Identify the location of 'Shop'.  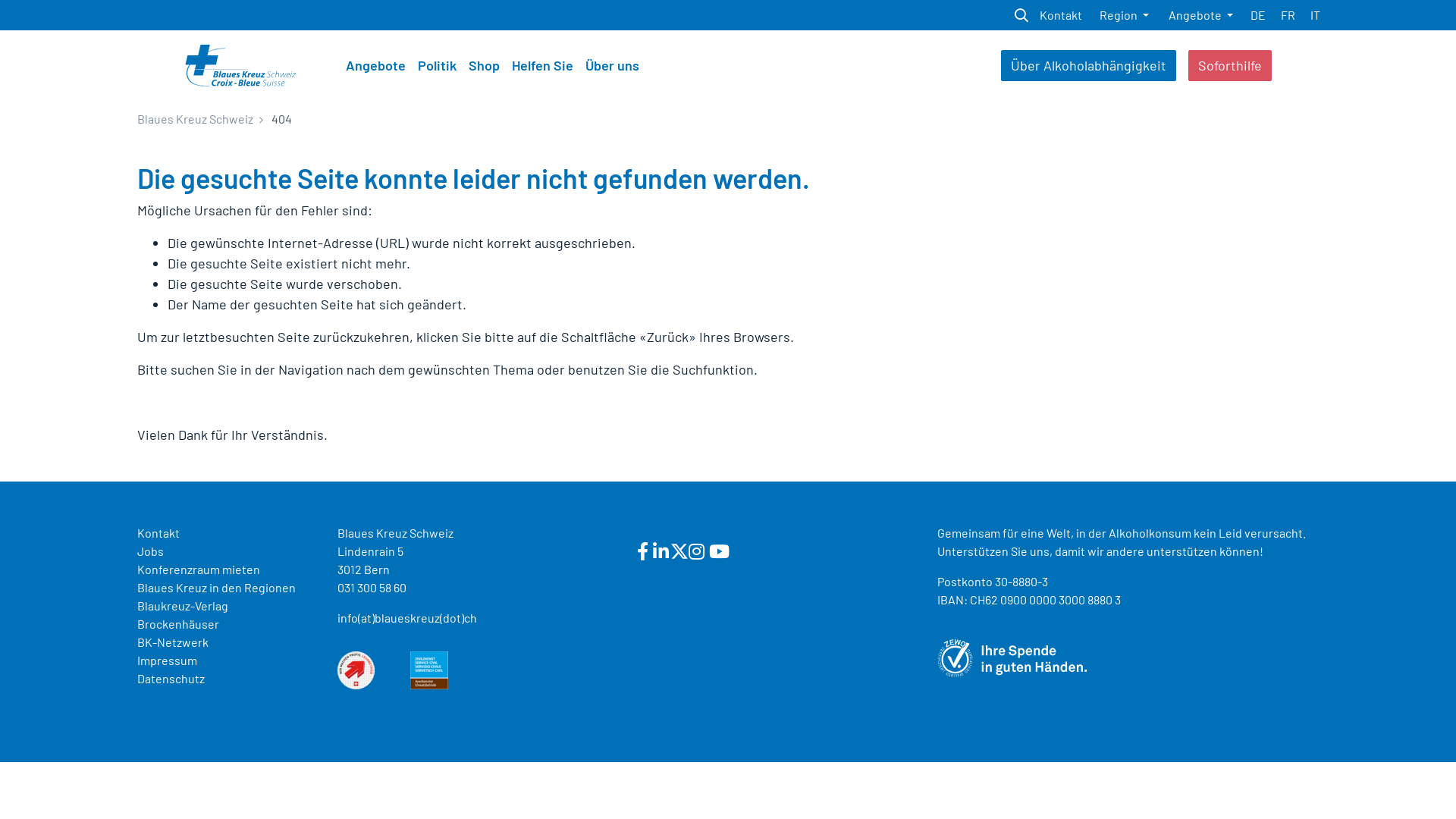
(483, 64).